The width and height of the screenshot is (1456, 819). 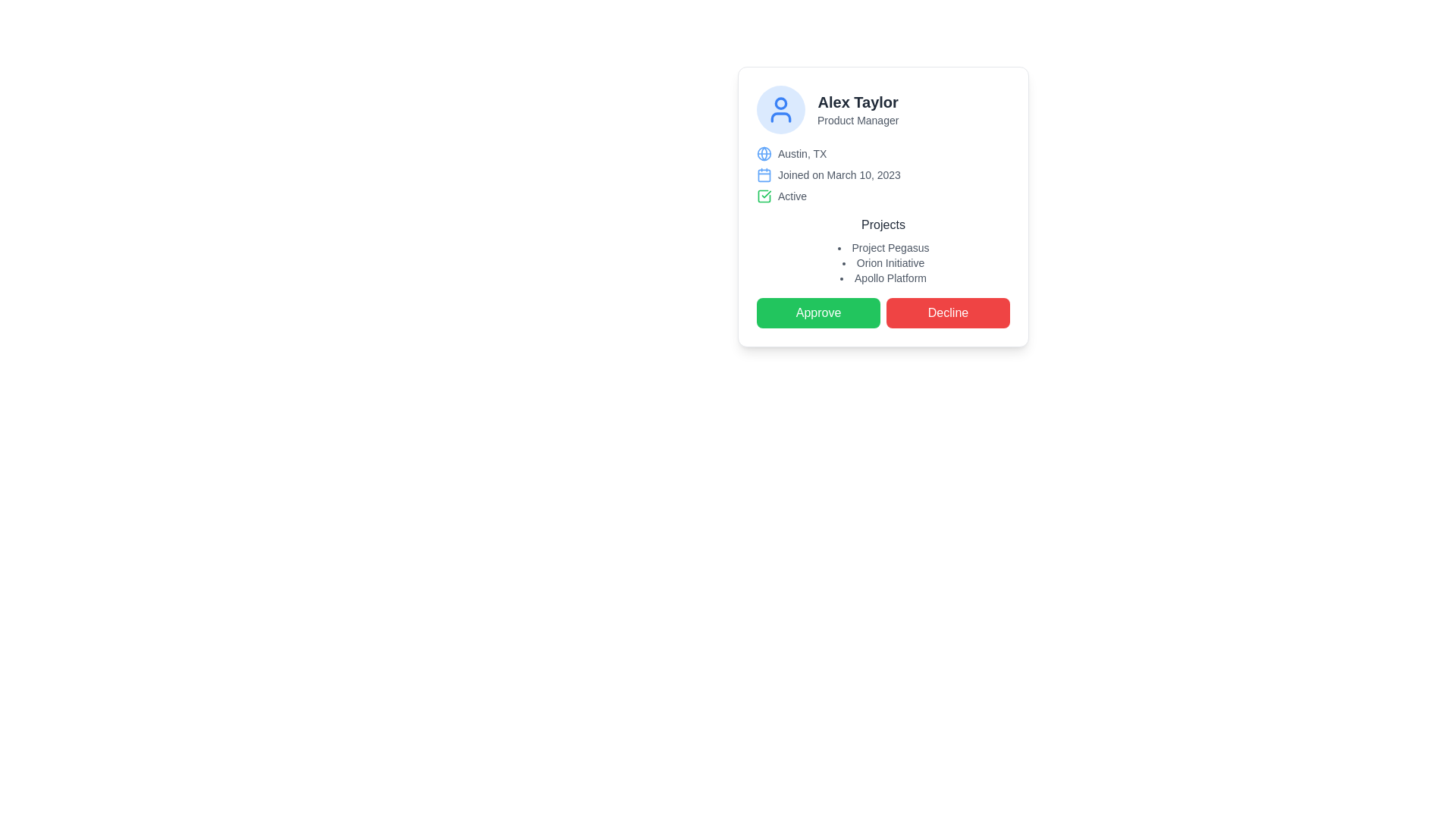 I want to click on the circular avatar icon with a blue silhouette of a user, located at the top left of the profile card, immediately to the left of the text 'Alex Taylor', so click(x=781, y=109).